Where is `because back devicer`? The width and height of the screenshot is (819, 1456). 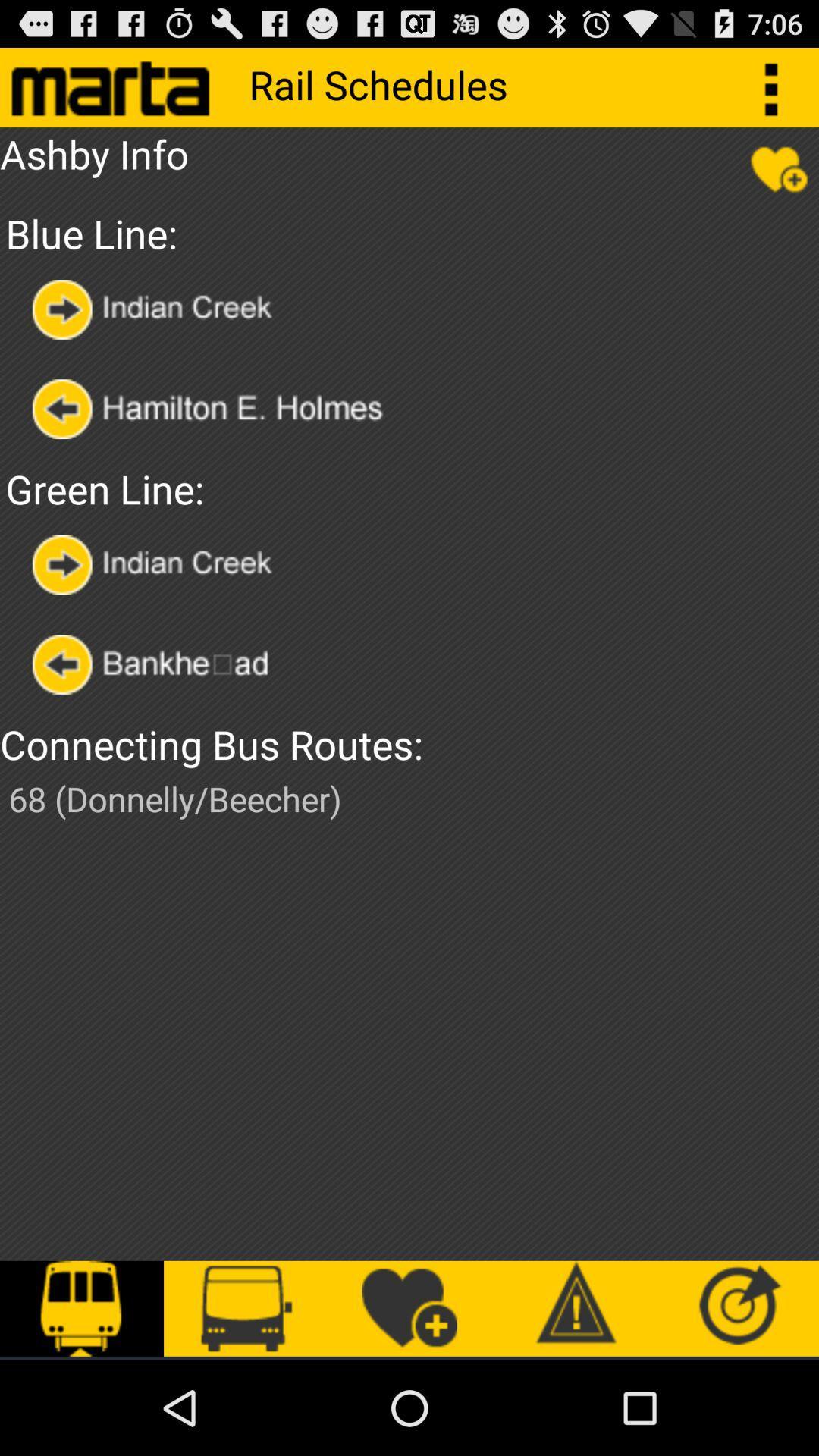 because back devicer is located at coordinates (229, 409).